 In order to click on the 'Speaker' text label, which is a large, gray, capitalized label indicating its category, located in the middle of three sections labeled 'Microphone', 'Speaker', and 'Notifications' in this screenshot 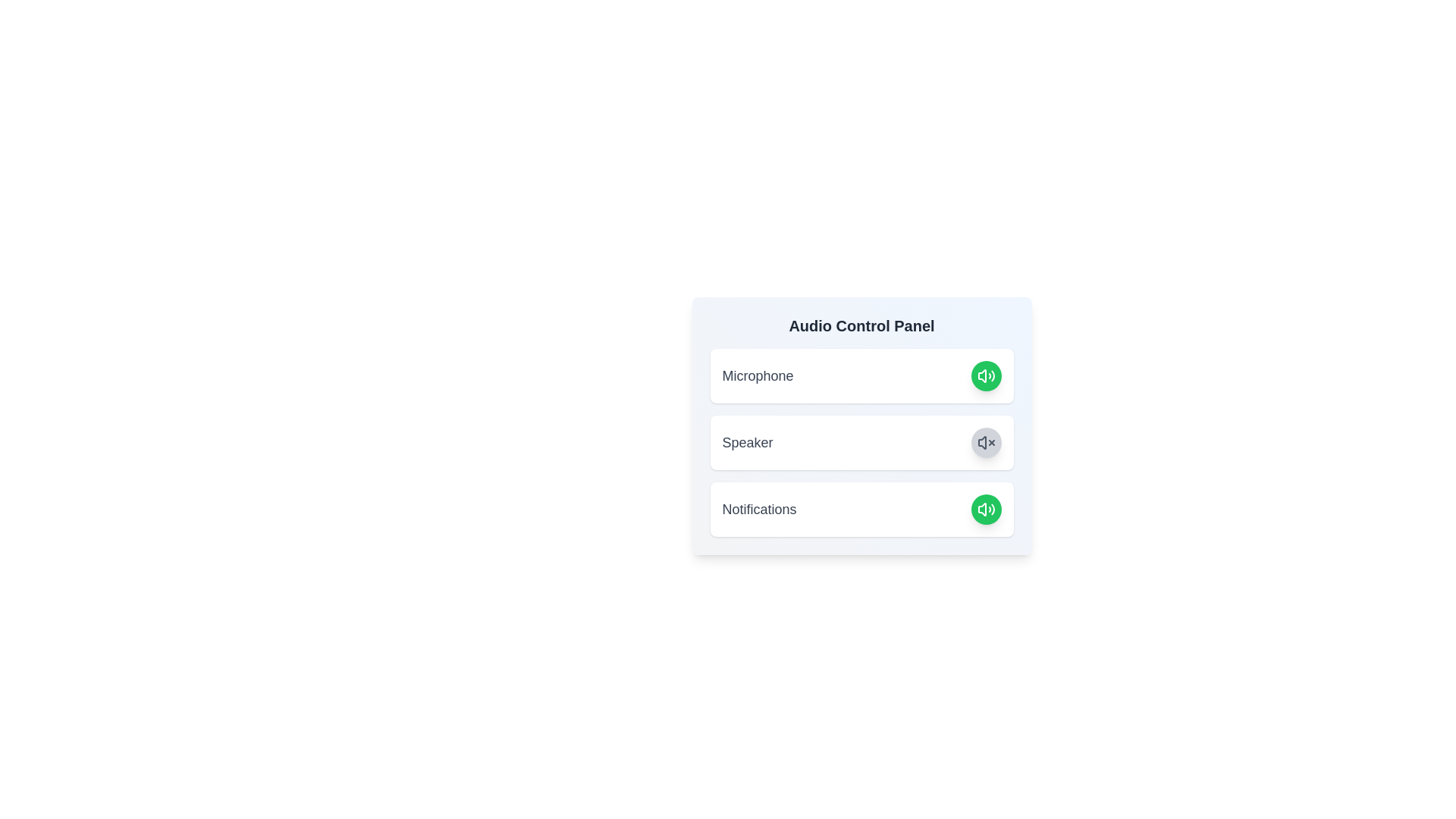, I will do `click(748, 442)`.